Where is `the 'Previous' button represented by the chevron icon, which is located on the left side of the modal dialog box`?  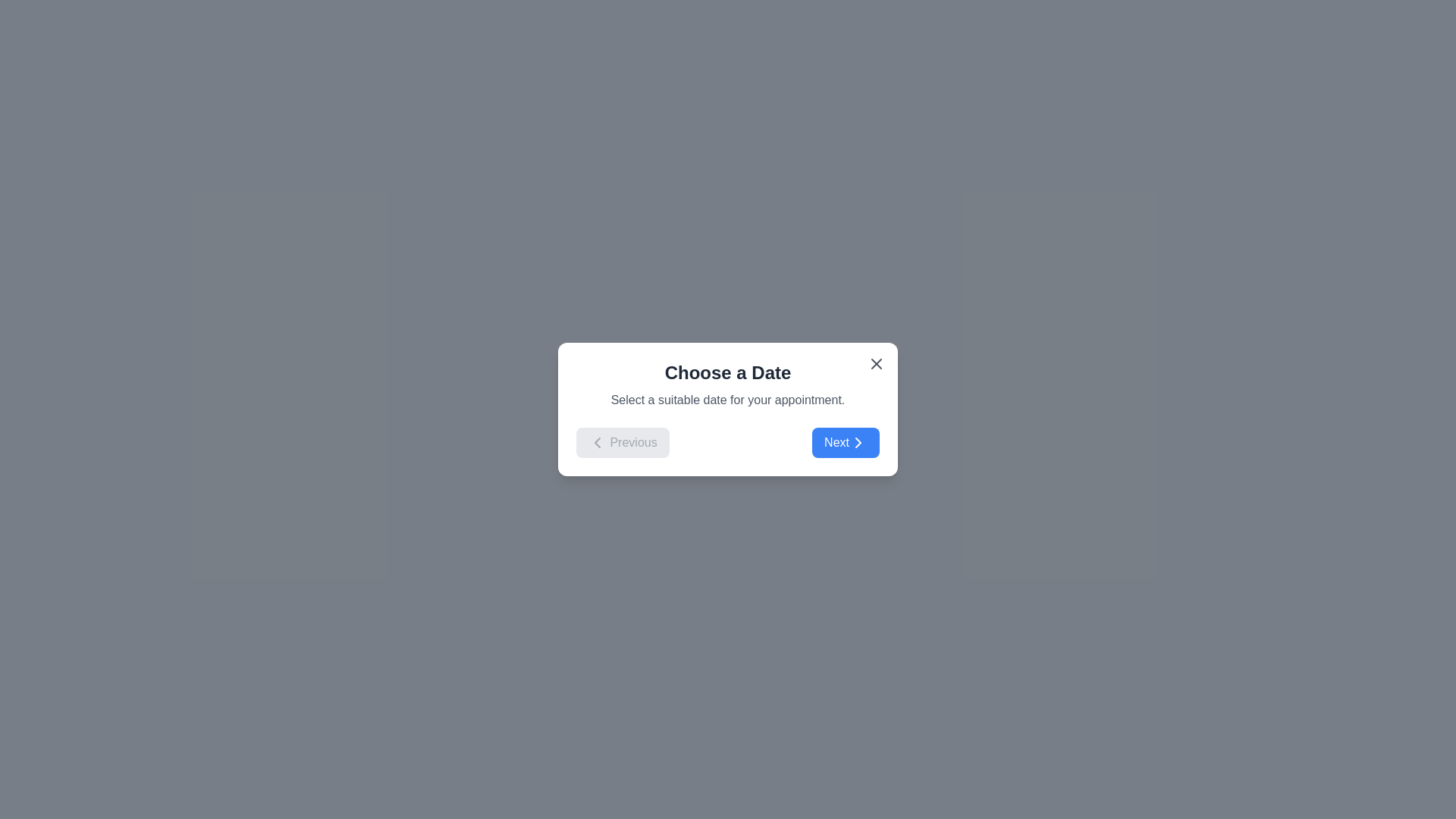 the 'Previous' button represented by the chevron icon, which is located on the left side of the modal dialog box is located at coordinates (596, 442).